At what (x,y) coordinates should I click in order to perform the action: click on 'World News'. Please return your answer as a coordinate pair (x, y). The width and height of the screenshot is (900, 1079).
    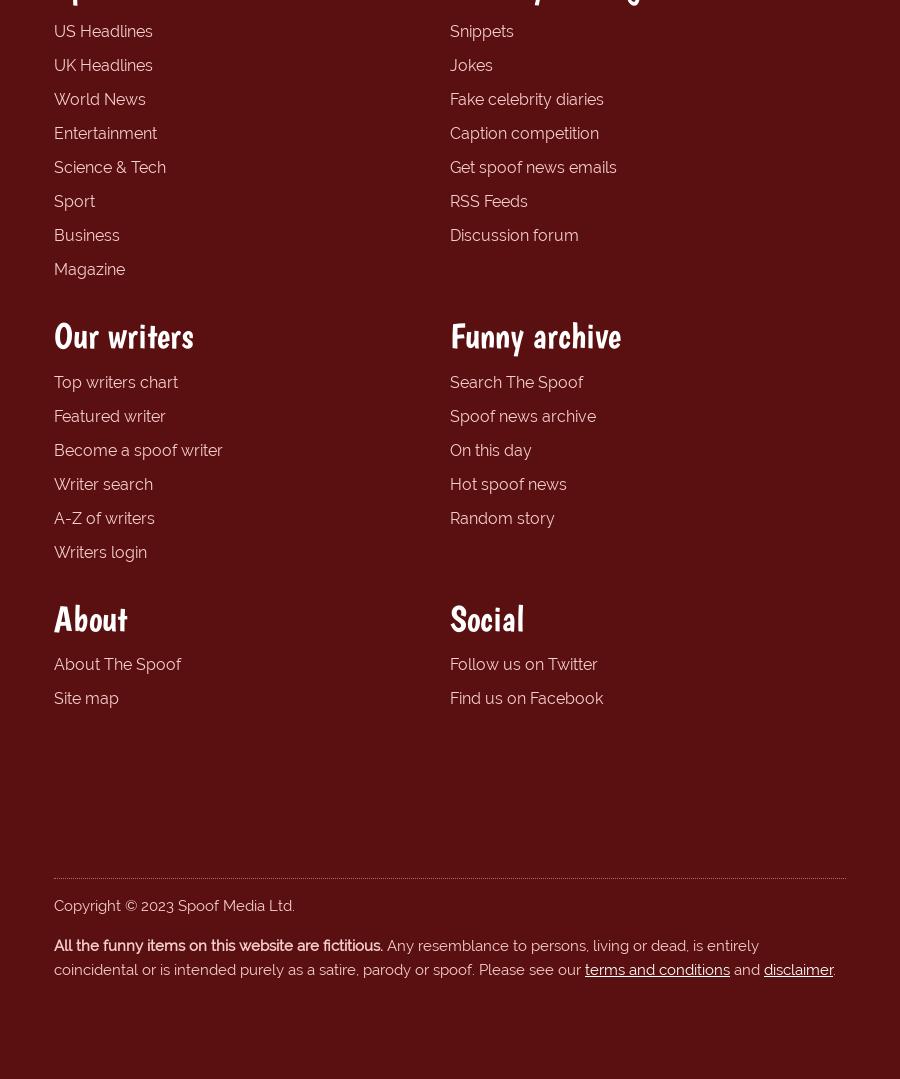
    Looking at the image, I should click on (98, 98).